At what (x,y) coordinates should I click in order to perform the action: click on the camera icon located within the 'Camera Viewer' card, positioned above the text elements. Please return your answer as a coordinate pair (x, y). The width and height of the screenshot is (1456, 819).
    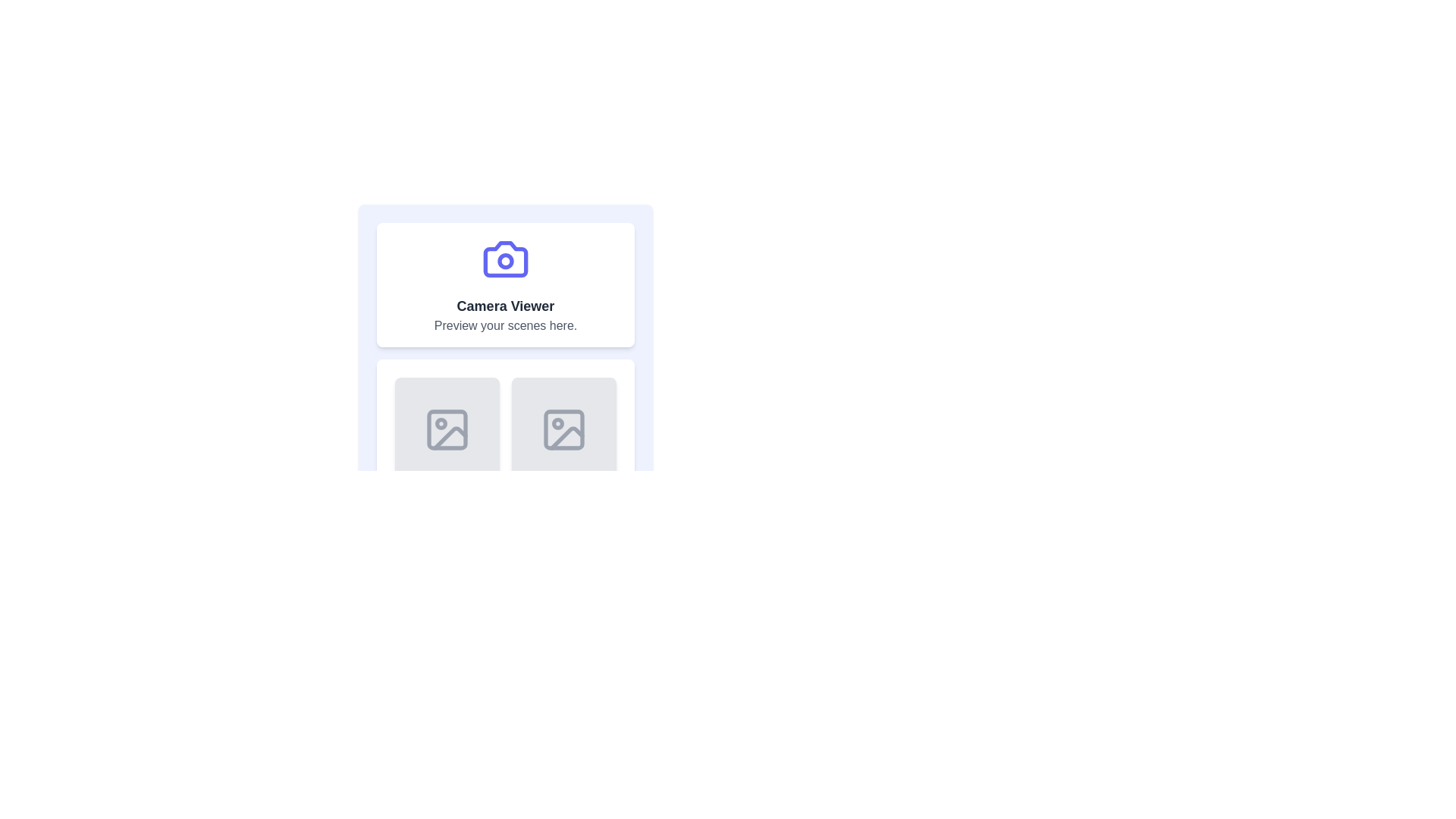
    Looking at the image, I should click on (506, 259).